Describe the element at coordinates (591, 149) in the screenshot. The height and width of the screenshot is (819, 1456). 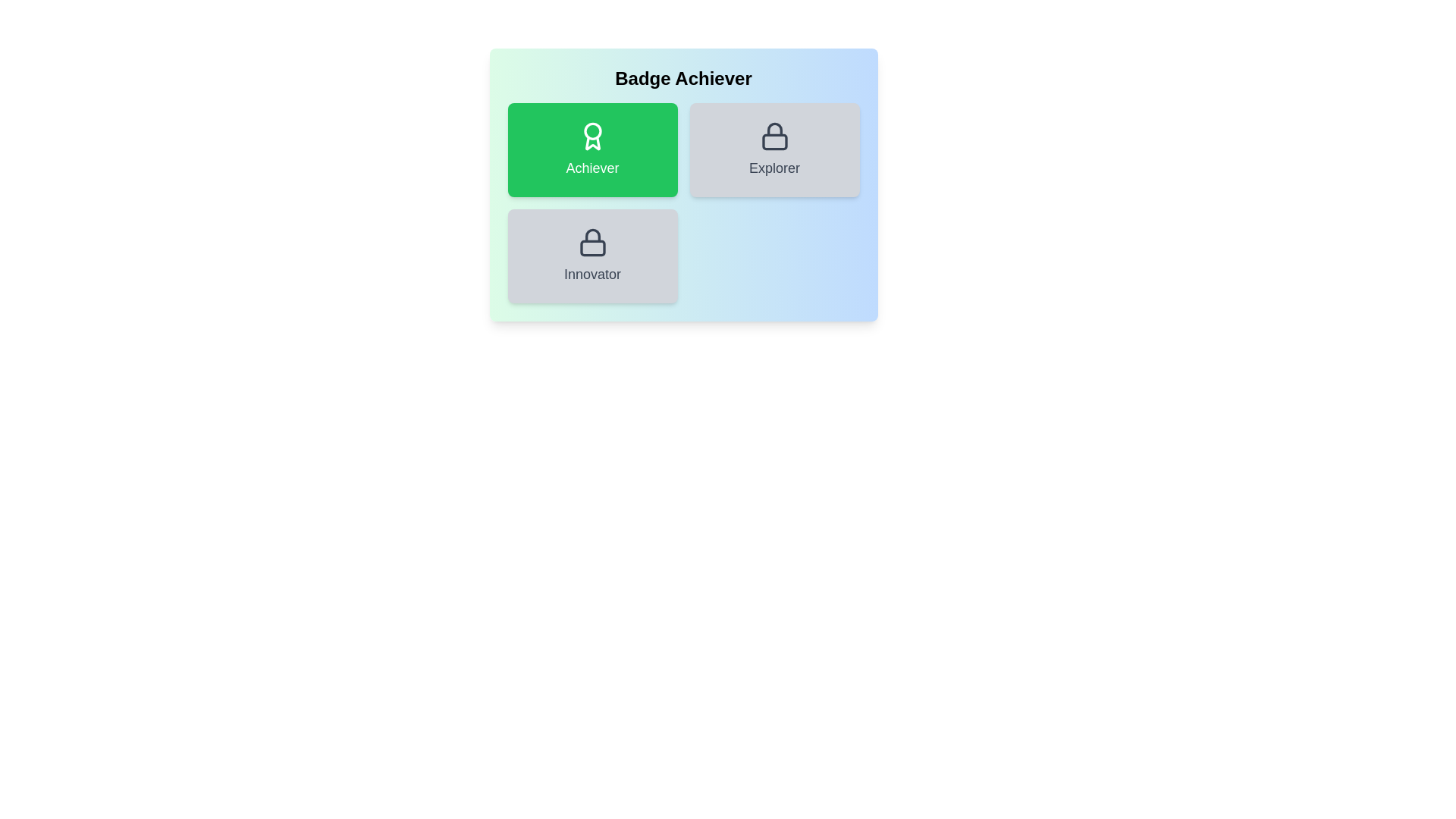
I see `the badge labeled Achiever to observe hover effects` at that location.